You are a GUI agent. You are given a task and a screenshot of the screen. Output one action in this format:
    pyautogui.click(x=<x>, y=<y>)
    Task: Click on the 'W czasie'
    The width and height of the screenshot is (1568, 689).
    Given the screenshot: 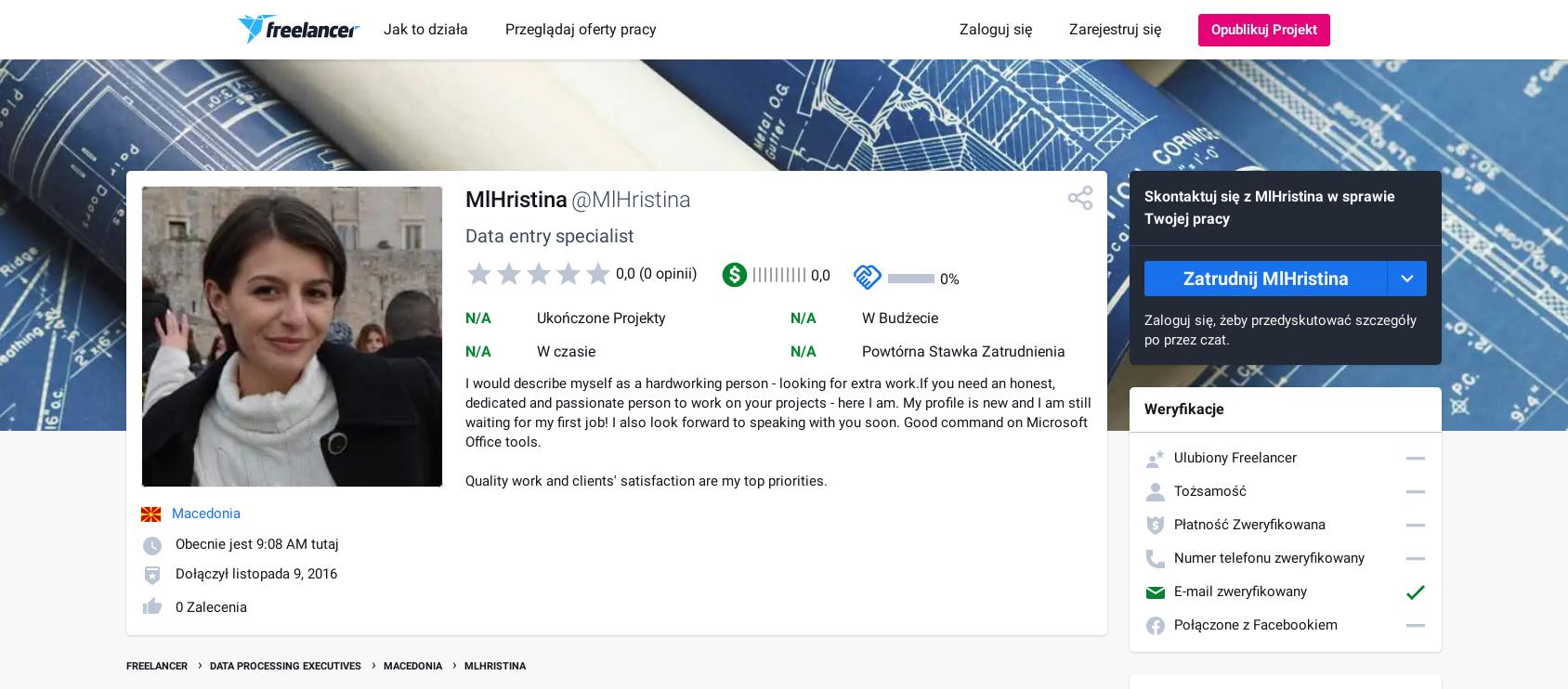 What is the action you would take?
    pyautogui.click(x=566, y=350)
    